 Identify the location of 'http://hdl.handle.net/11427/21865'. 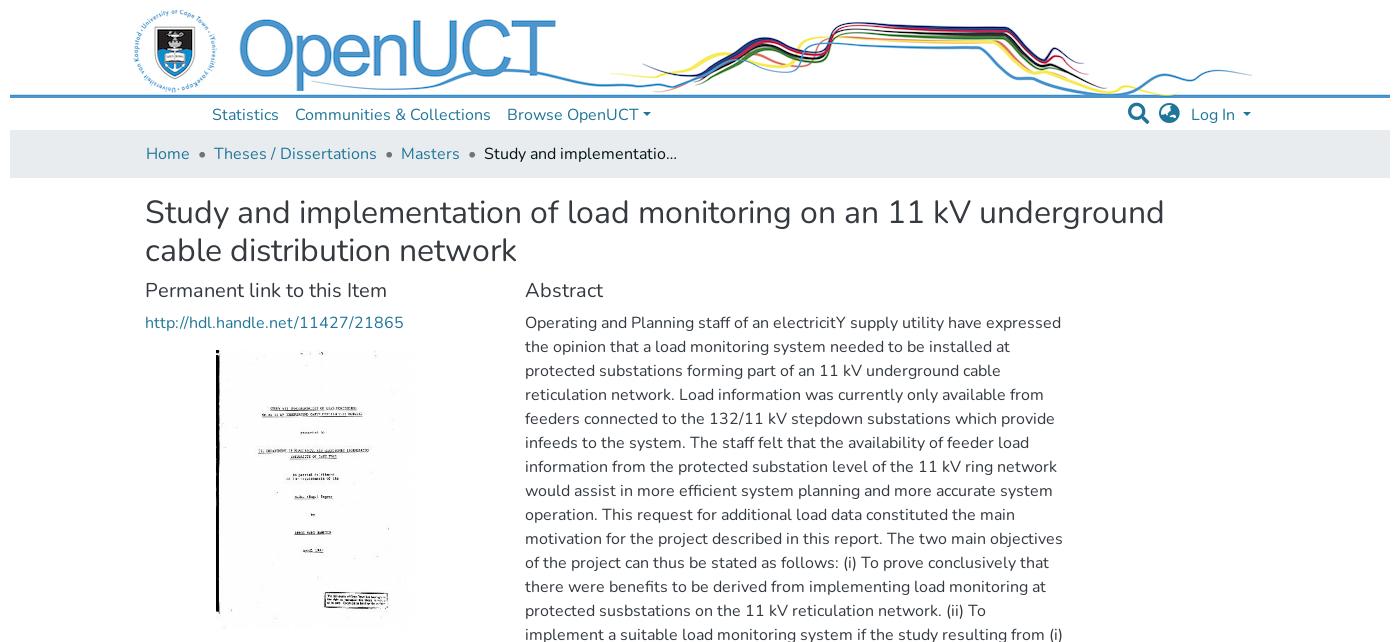
(274, 322).